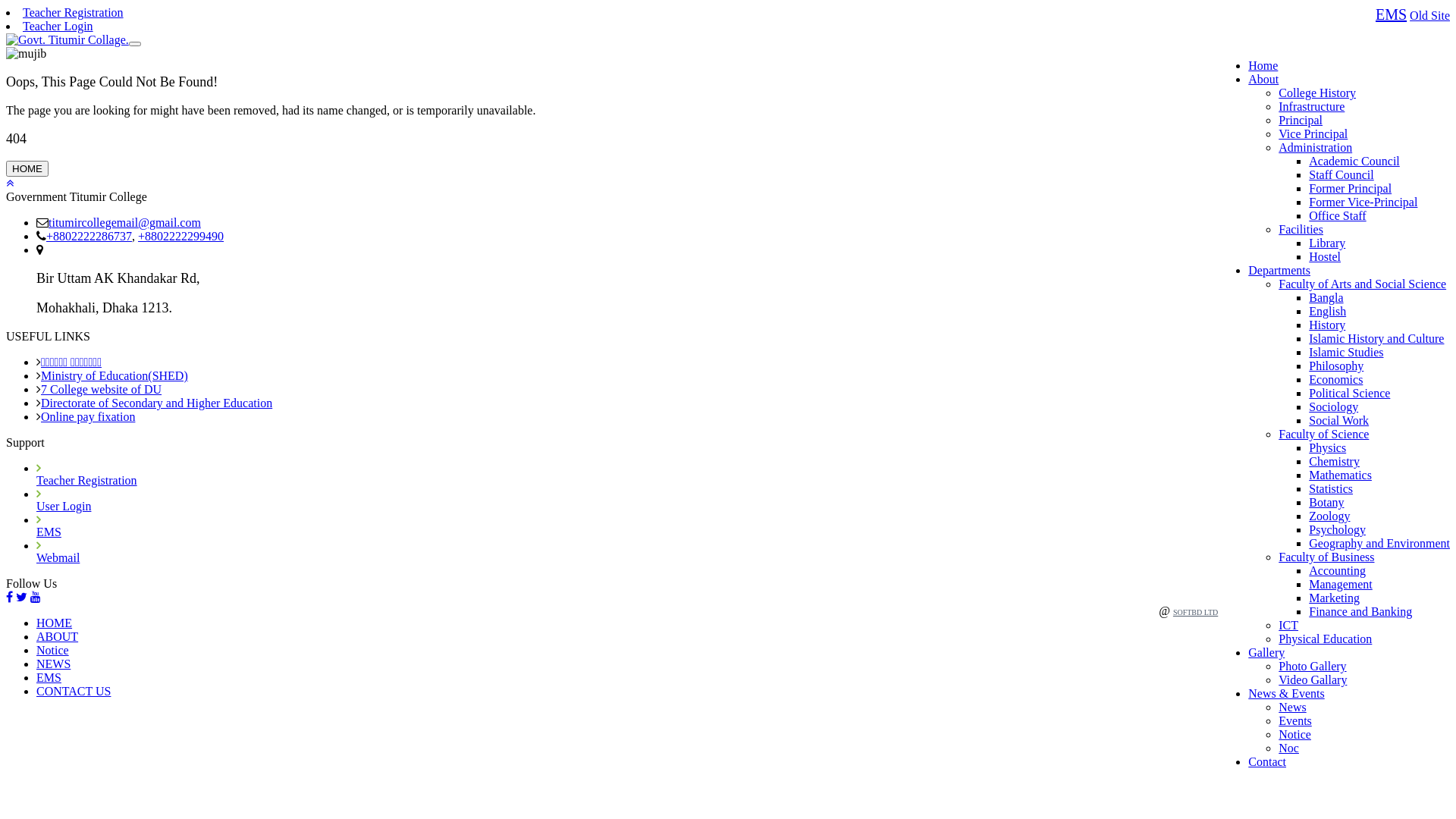 This screenshot has width=1456, height=819. I want to click on 'Management', so click(1308, 583).